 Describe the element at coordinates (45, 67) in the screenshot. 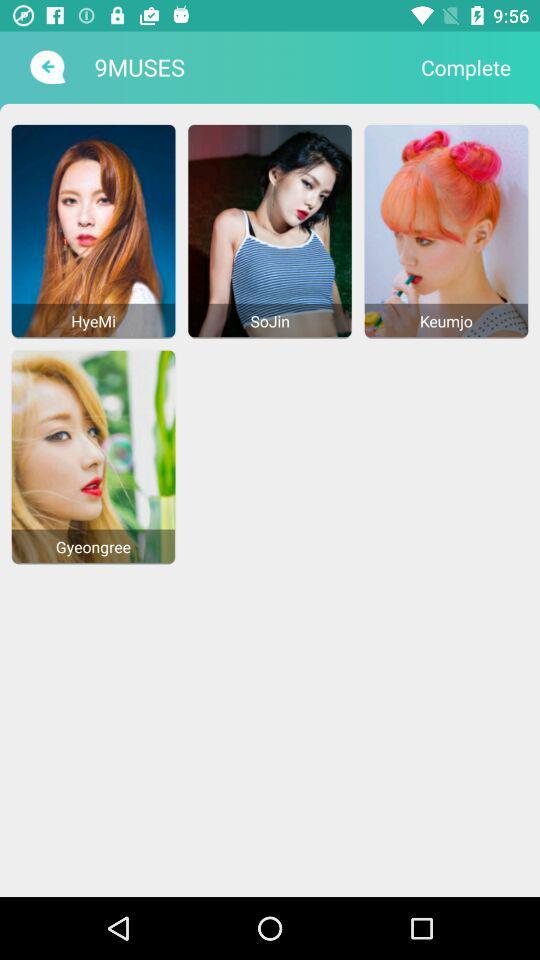

I see `item next to the 9muses` at that location.